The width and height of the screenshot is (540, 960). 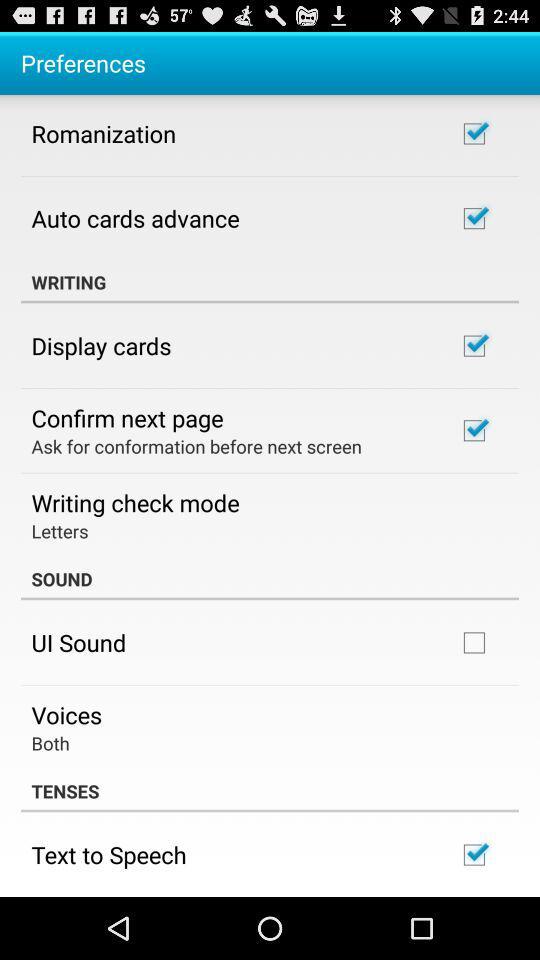 I want to click on the item above the sound, so click(x=59, y=529).